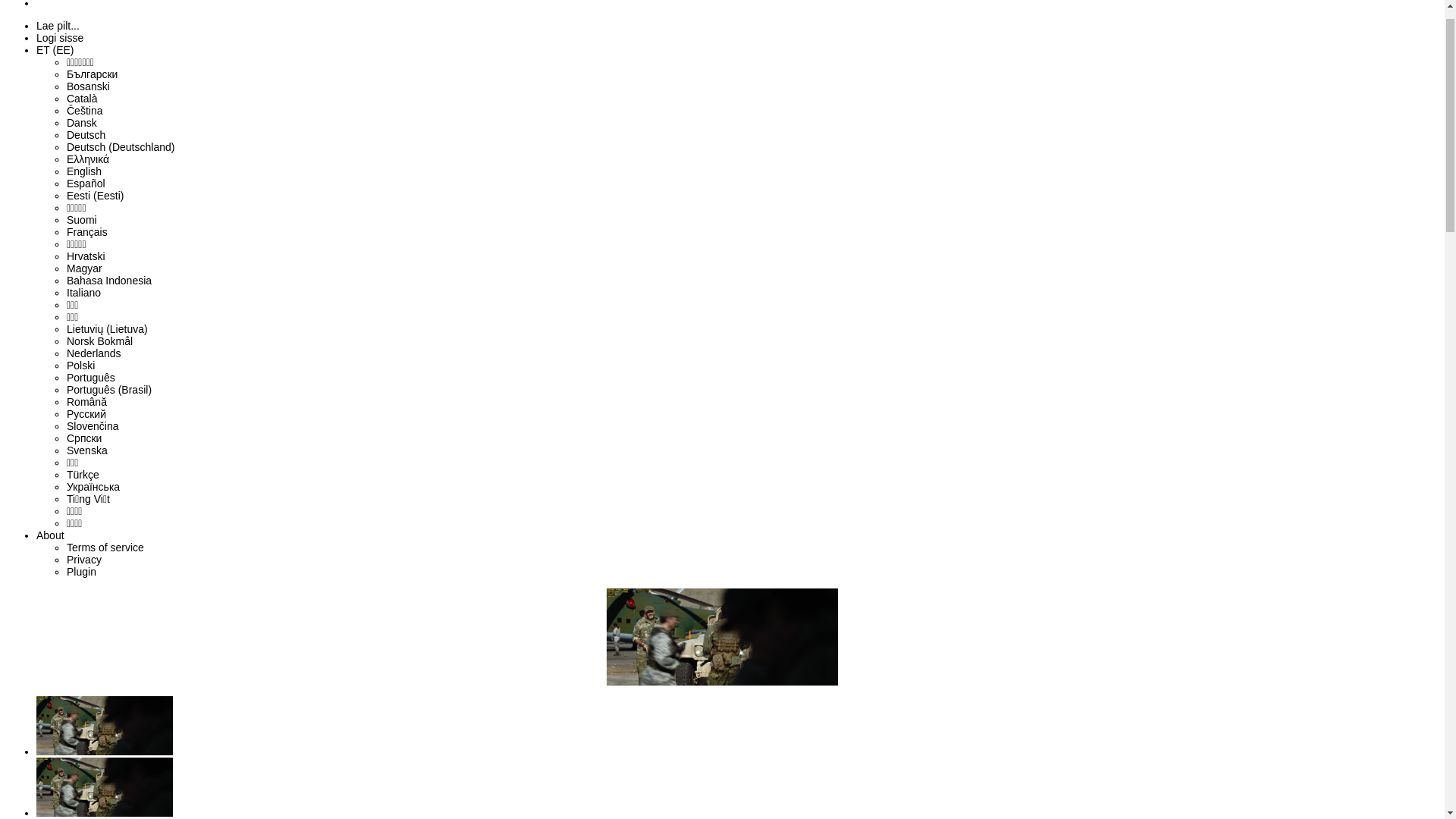 This screenshot has height=819, width=1456. What do you see at coordinates (80, 397) in the screenshot?
I see `'Polski'` at bounding box center [80, 397].